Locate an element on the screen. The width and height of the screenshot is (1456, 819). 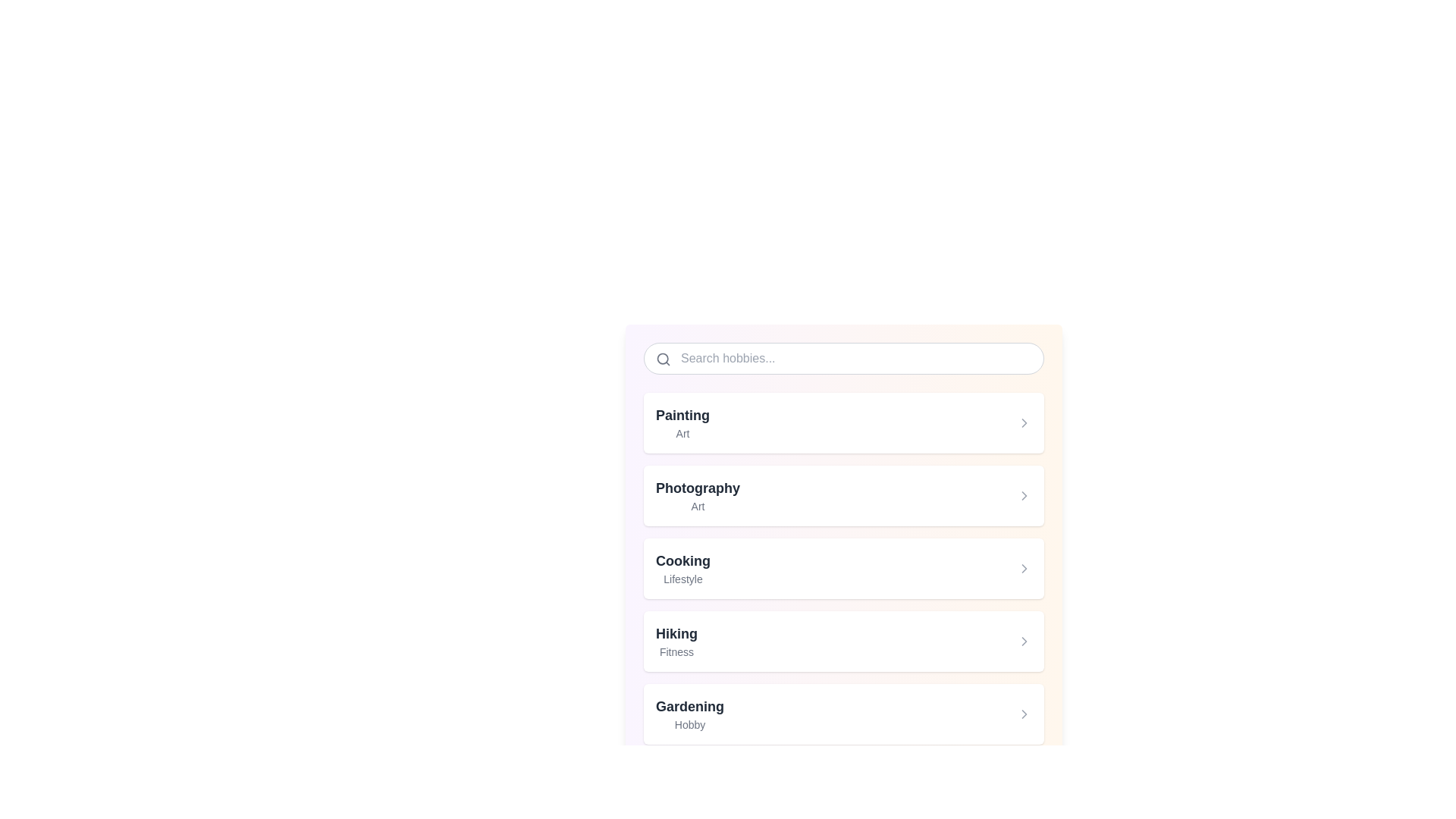
the second category card in the vertical list, which represents a selectable topic (e.g., Photography) is located at coordinates (843, 496).